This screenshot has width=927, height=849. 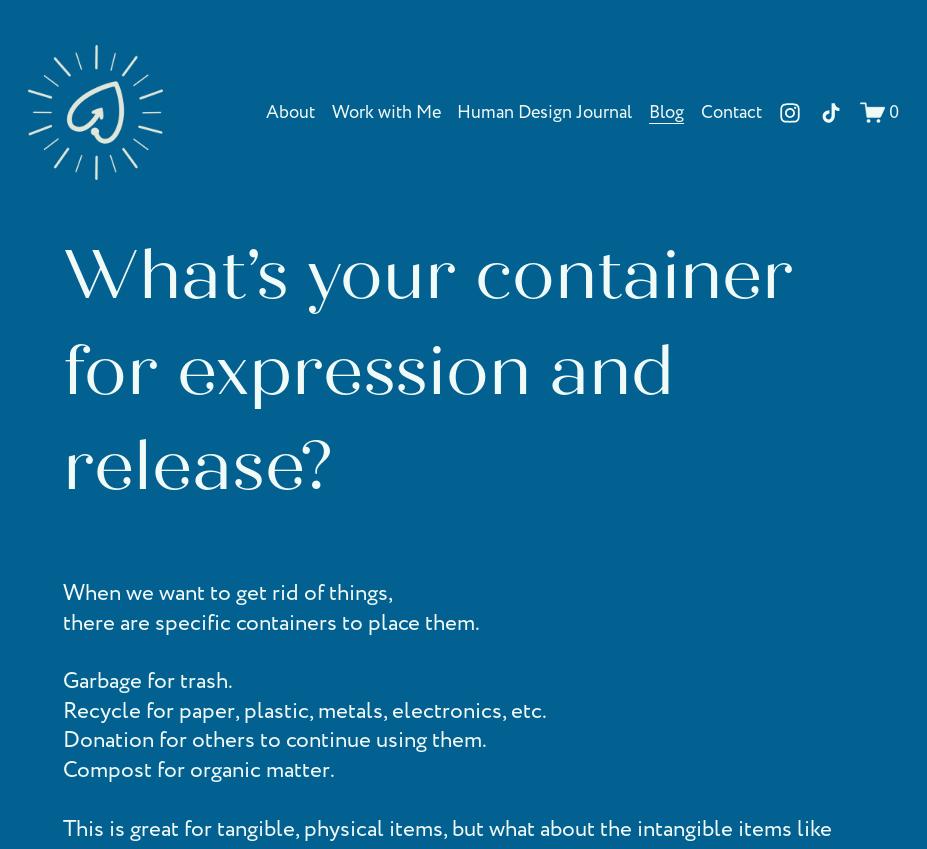 I want to click on '0', so click(x=893, y=111).